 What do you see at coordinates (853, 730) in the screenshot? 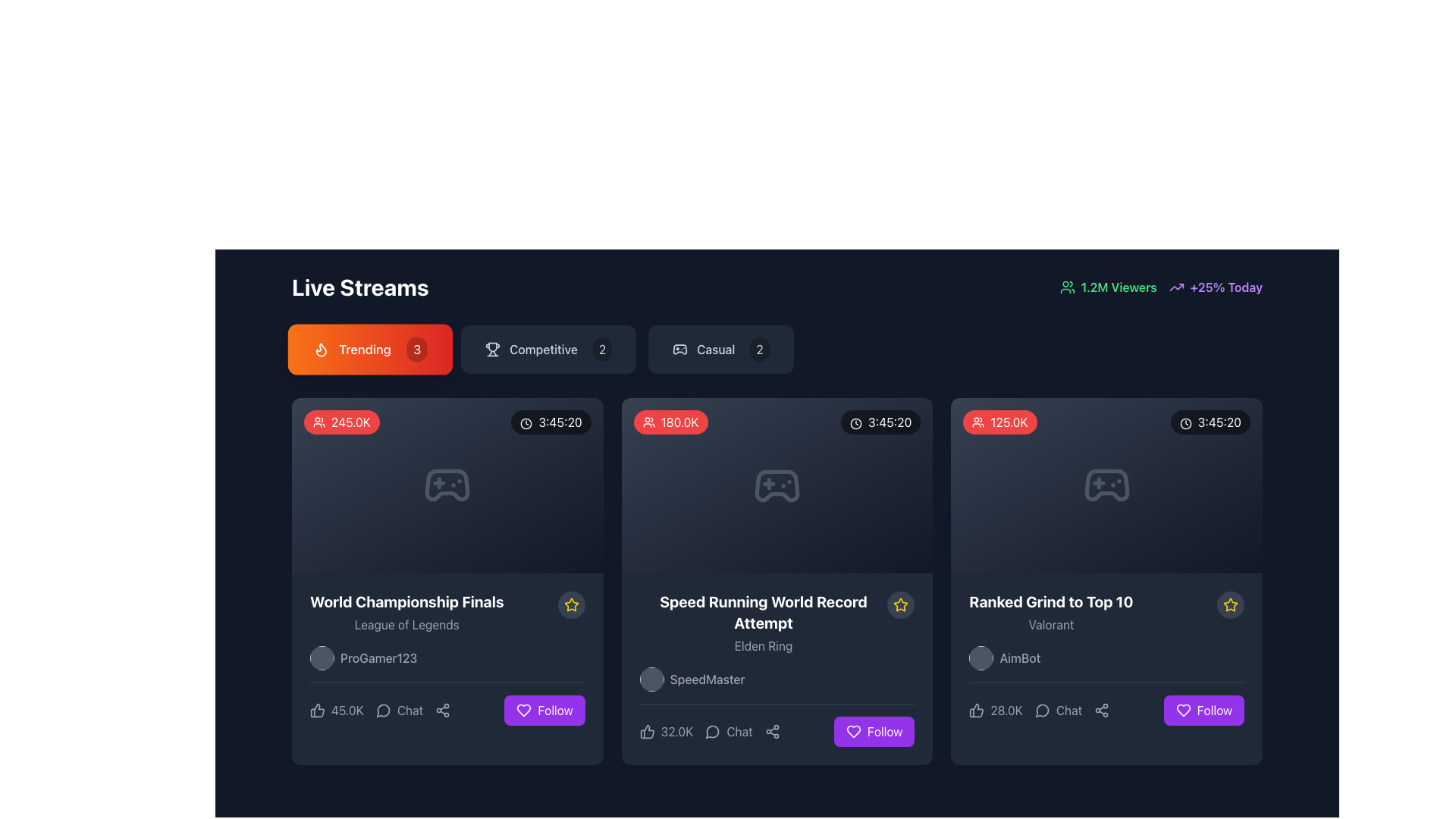
I see `the heart icon with a purple outline inside the 'Follow' button located at the bottom-right corner of the card titled 'Speed Running World Record Attempt'` at bounding box center [853, 730].